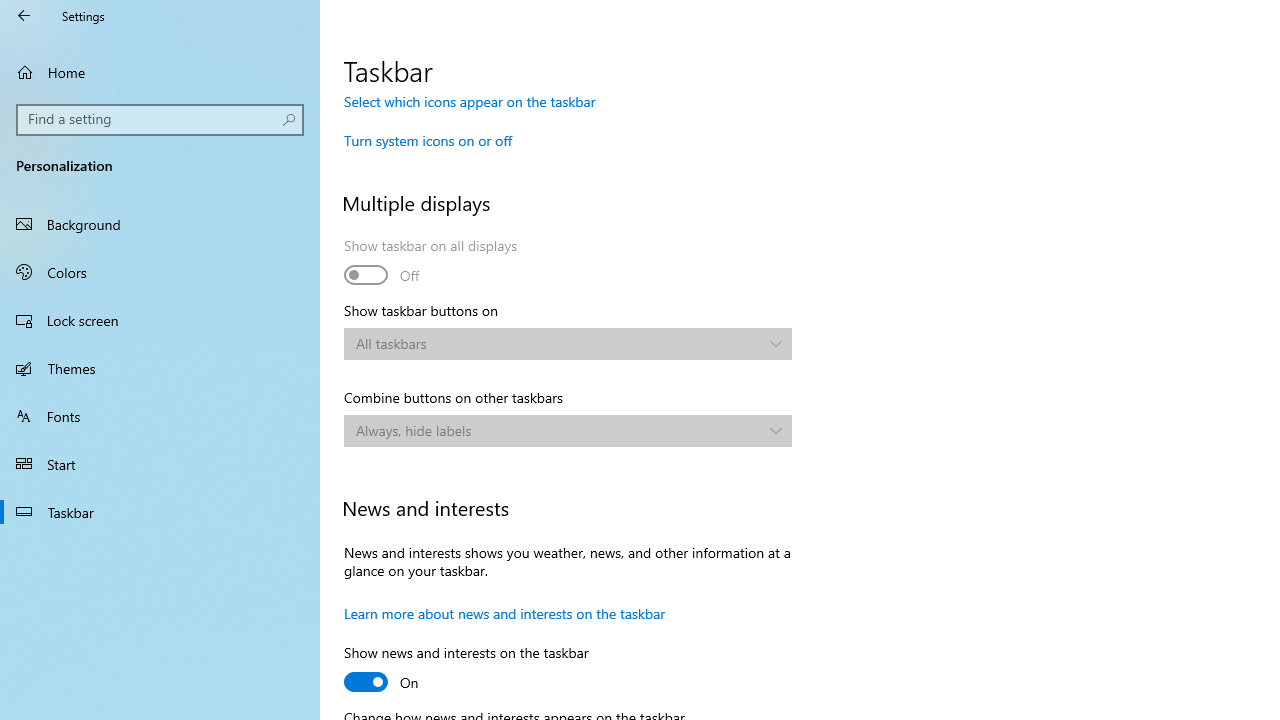 Image resolution: width=1280 pixels, height=720 pixels. Describe the element at coordinates (469, 101) in the screenshot. I see `'Select which icons appear on the taskbar'` at that location.